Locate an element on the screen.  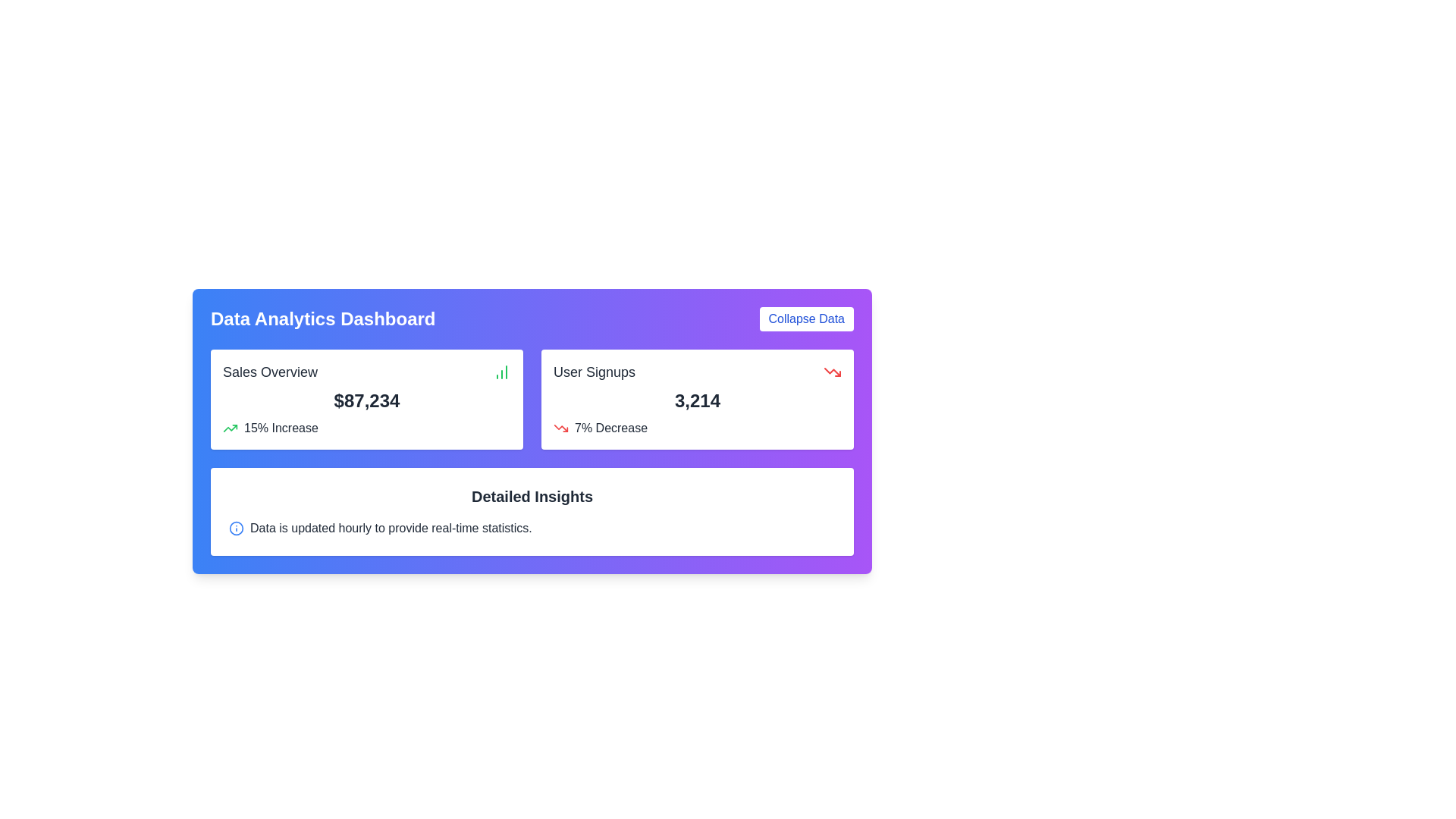
information from the Informational card located at the bottom center of the dashboard, which indicates that data is updated hourly for real-time statistics is located at coordinates (532, 512).